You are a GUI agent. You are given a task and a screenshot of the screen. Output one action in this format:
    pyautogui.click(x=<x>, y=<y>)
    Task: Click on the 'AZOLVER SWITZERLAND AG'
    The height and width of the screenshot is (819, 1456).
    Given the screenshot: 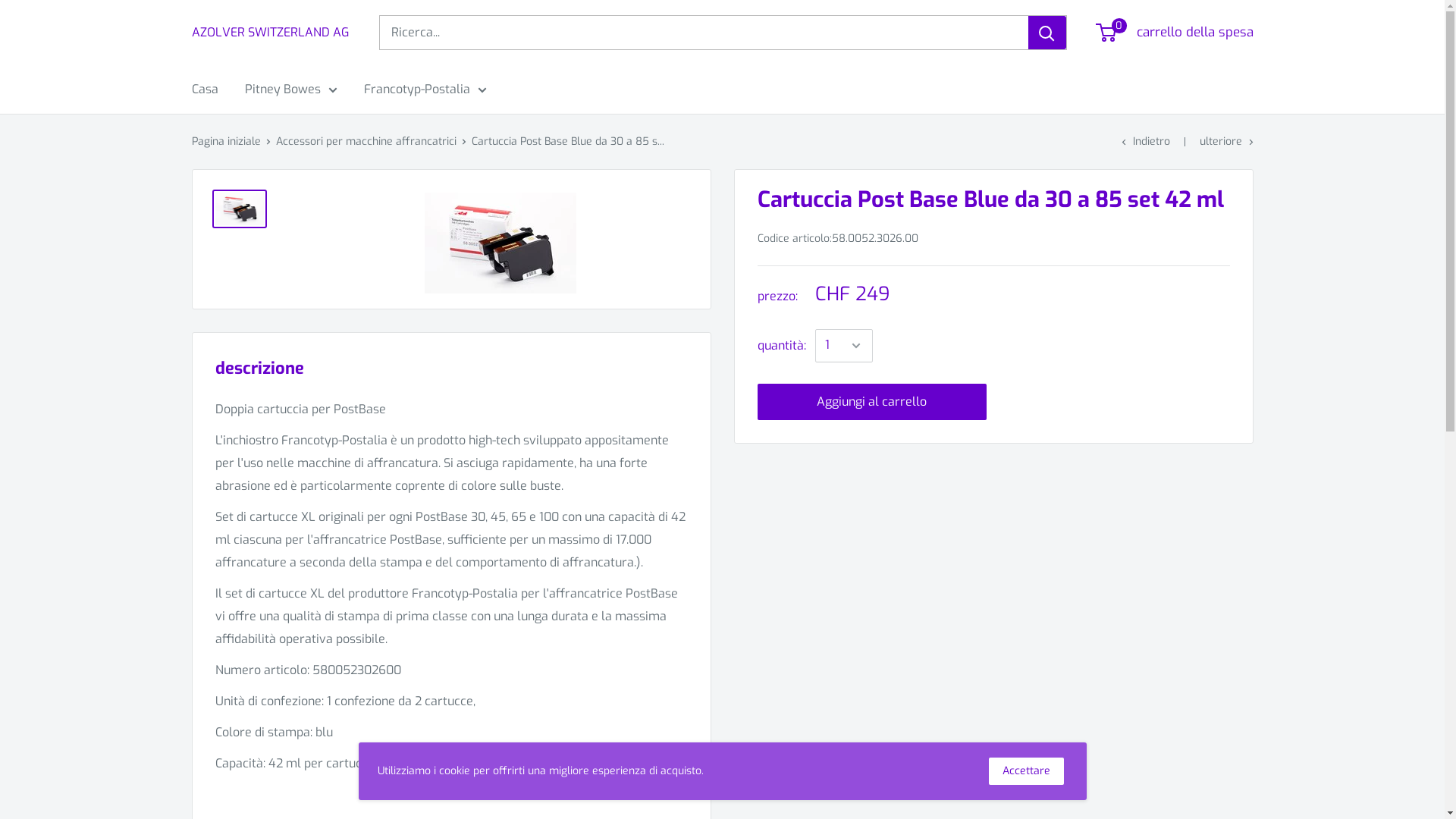 What is the action you would take?
    pyautogui.click(x=269, y=32)
    